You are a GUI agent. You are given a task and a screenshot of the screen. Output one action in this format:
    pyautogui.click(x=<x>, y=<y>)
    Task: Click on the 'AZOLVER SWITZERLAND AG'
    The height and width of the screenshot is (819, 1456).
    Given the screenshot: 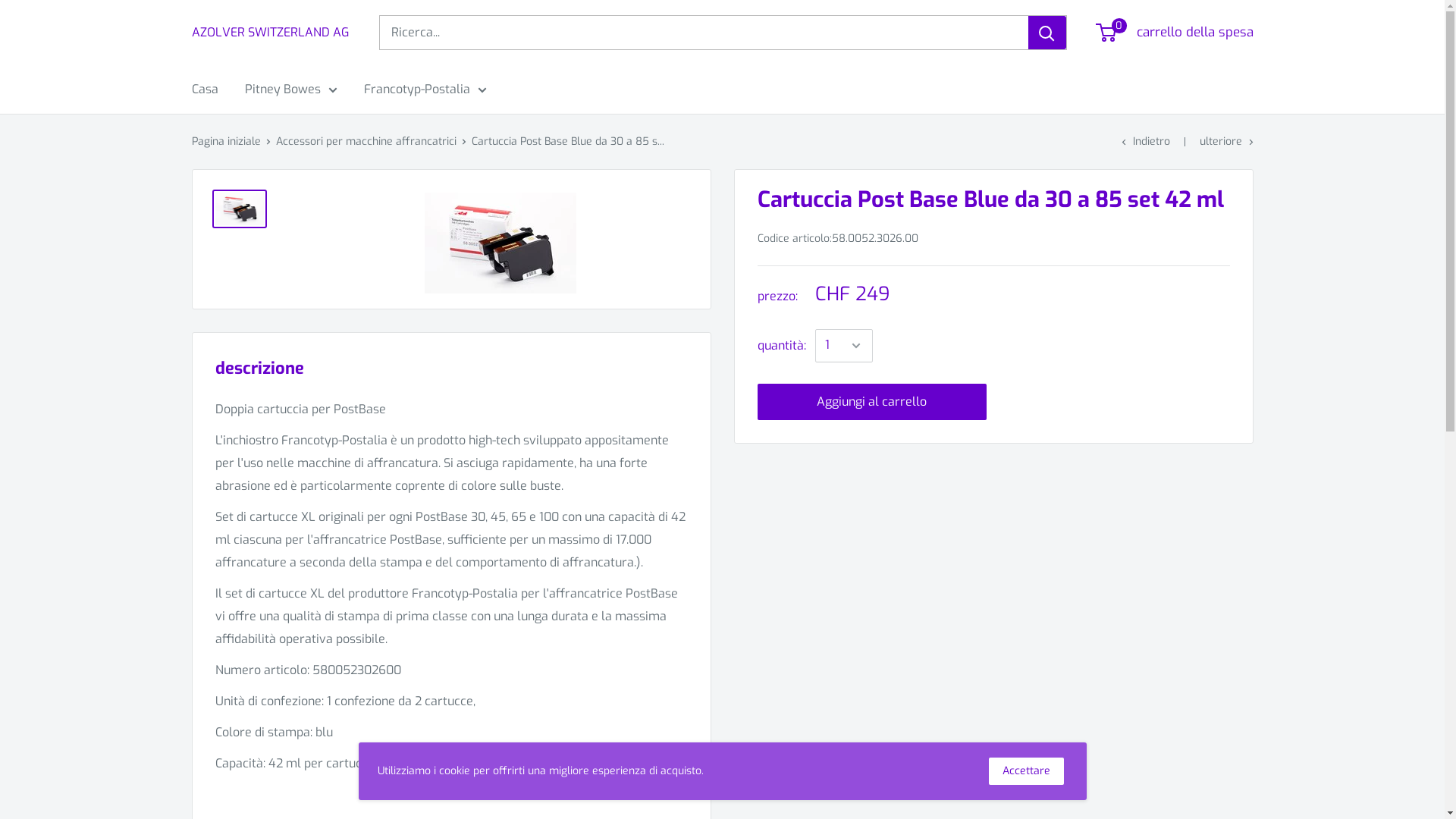 What is the action you would take?
    pyautogui.click(x=269, y=32)
    